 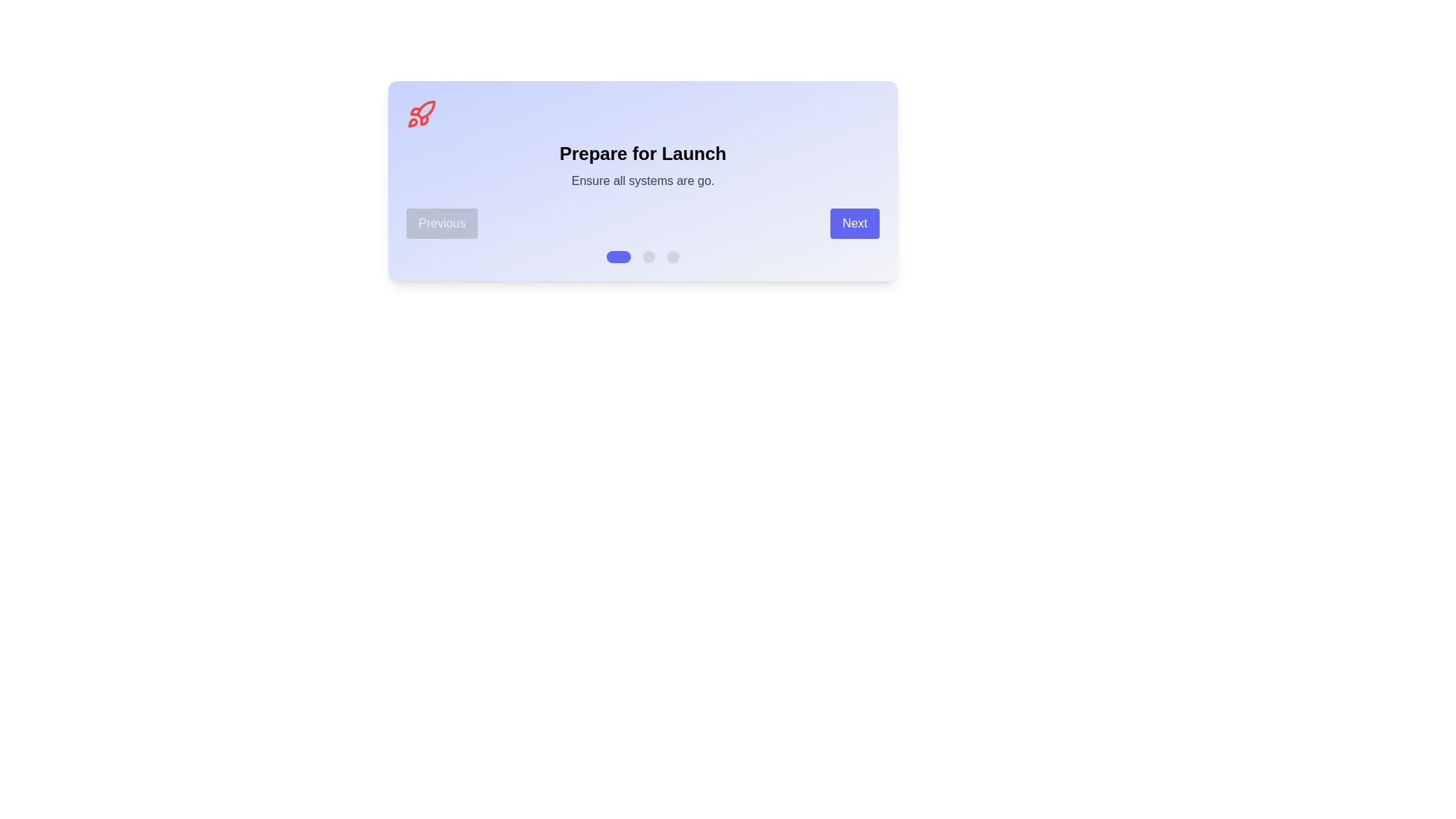 I want to click on the 'Next' button to navigate to the next step, so click(x=855, y=223).